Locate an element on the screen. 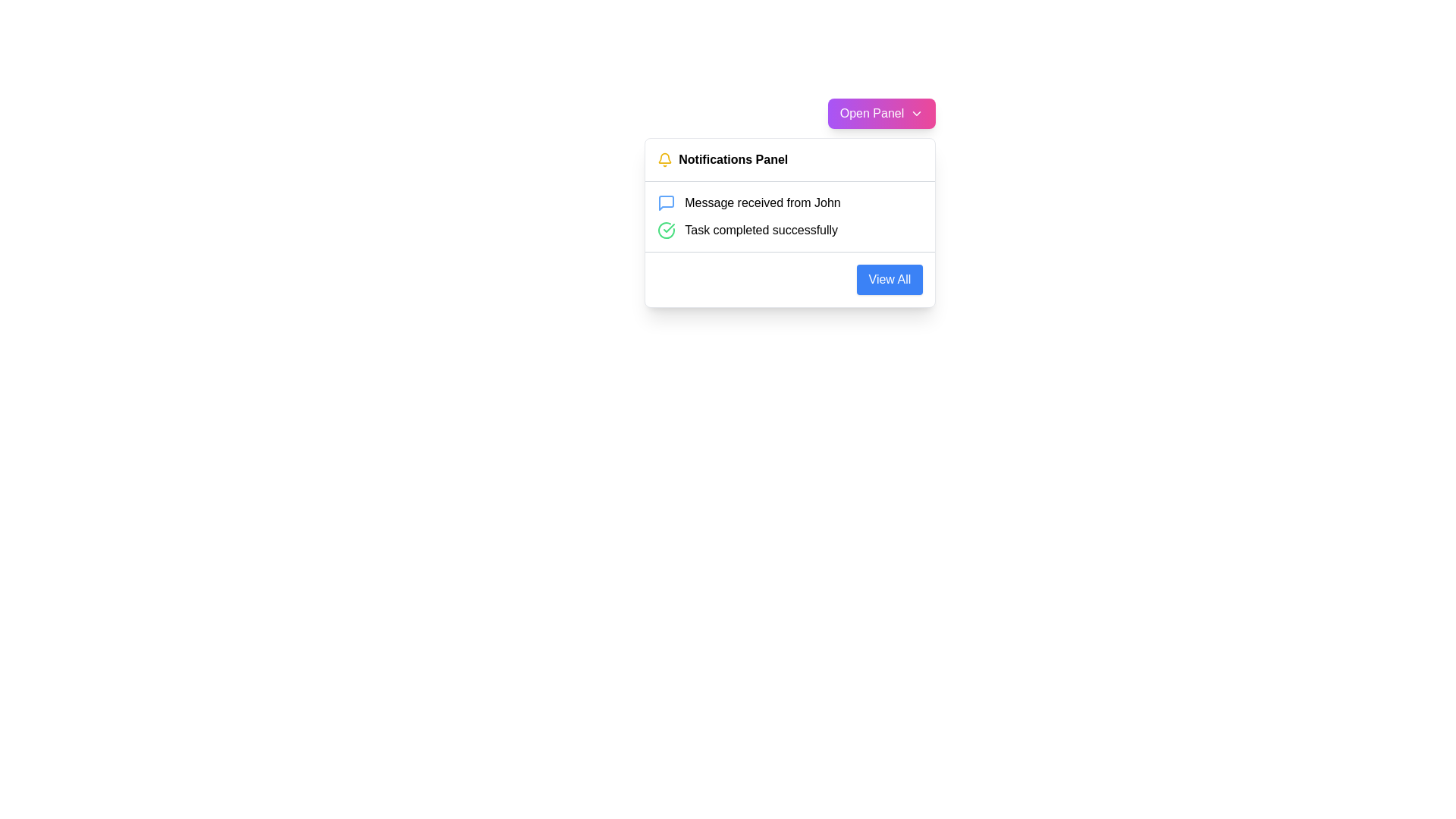 This screenshot has width=1456, height=819. the outer boundary of the green circular icon with a checkmark located next to the text 'Task completed successfully' in the notification panel is located at coordinates (667, 231).